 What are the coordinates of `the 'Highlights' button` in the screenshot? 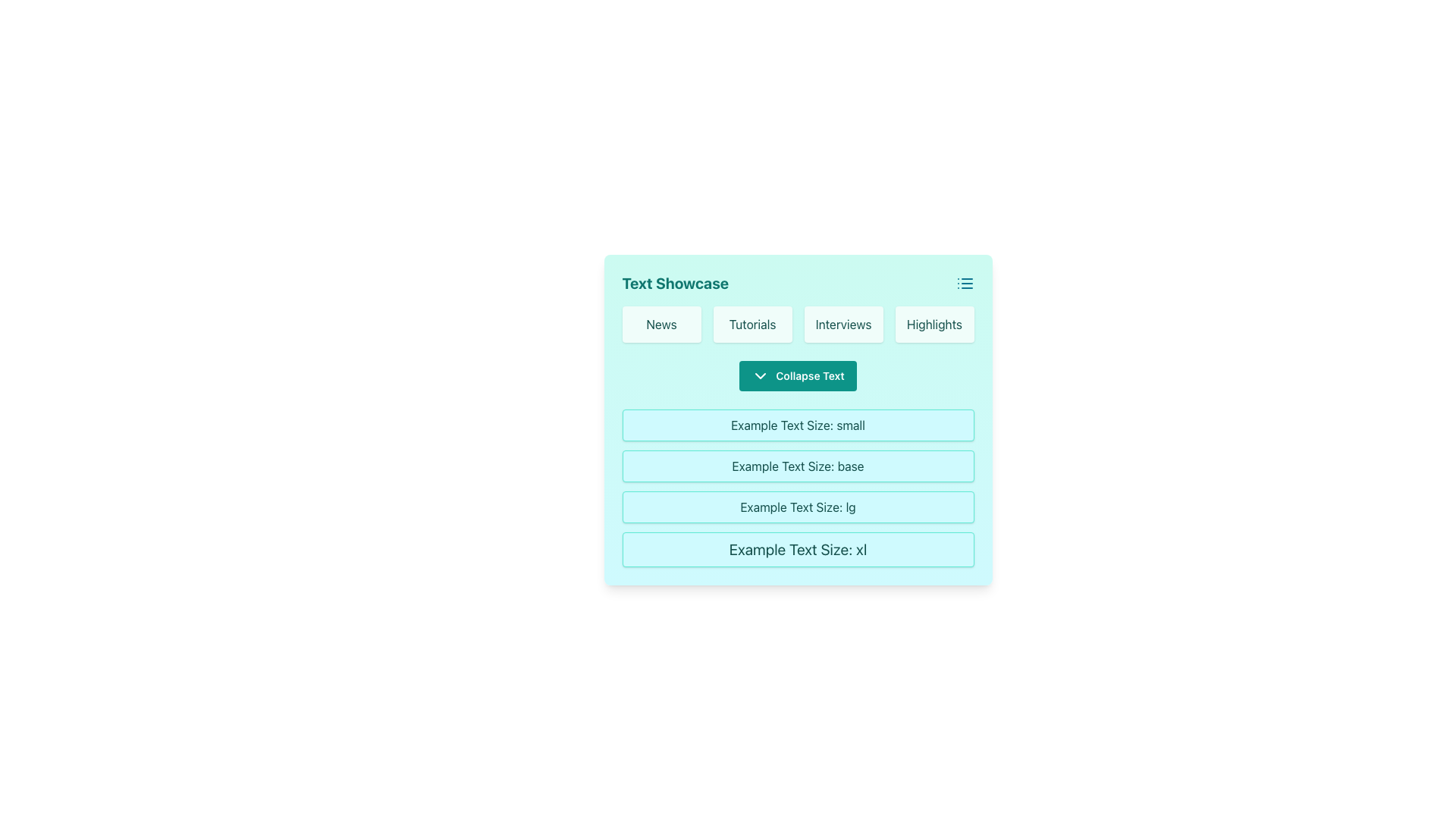 It's located at (934, 324).